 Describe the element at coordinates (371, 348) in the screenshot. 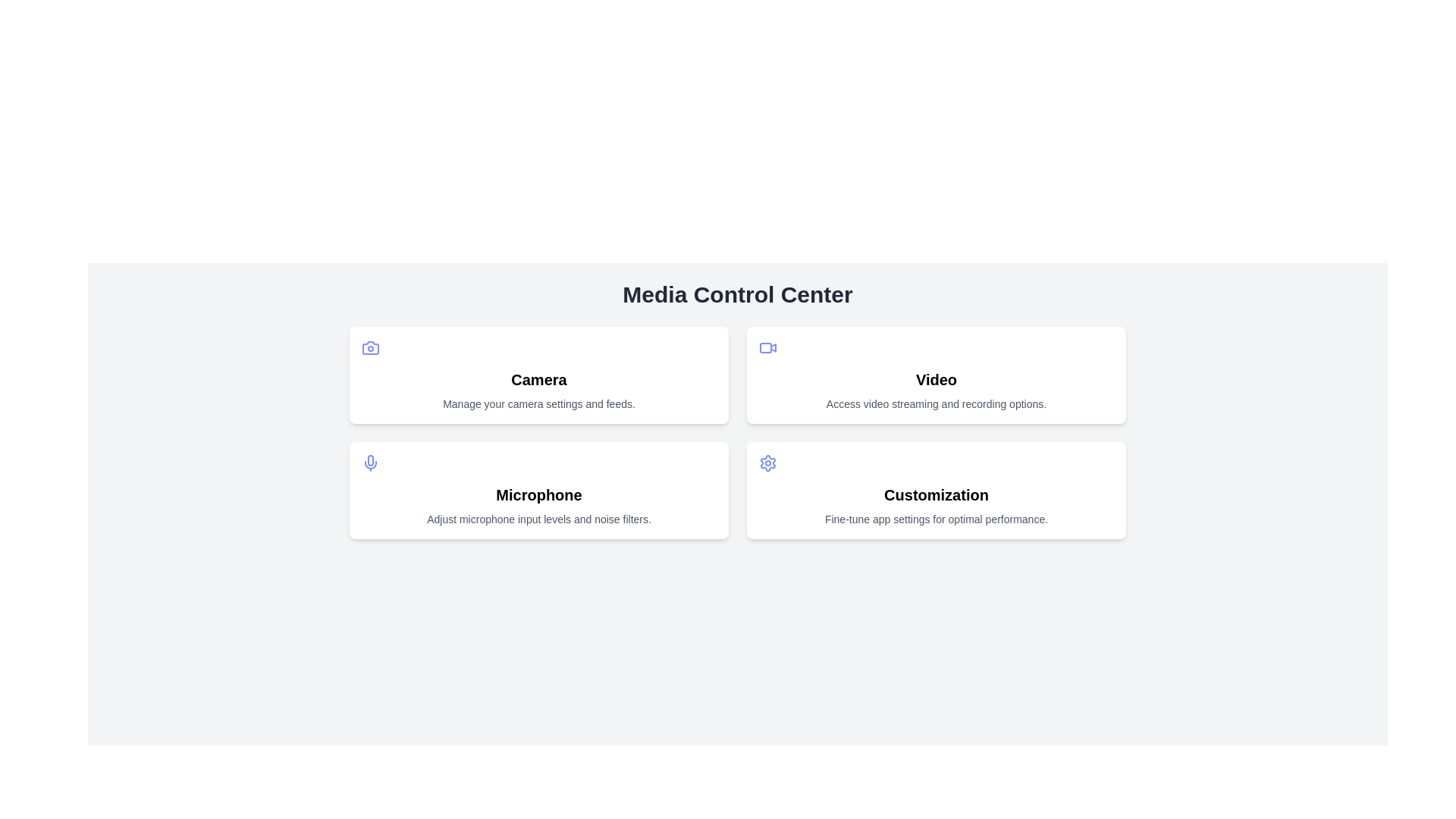

I see `the stylized camera icon located within the top left card of the 'Camera' interface` at that location.